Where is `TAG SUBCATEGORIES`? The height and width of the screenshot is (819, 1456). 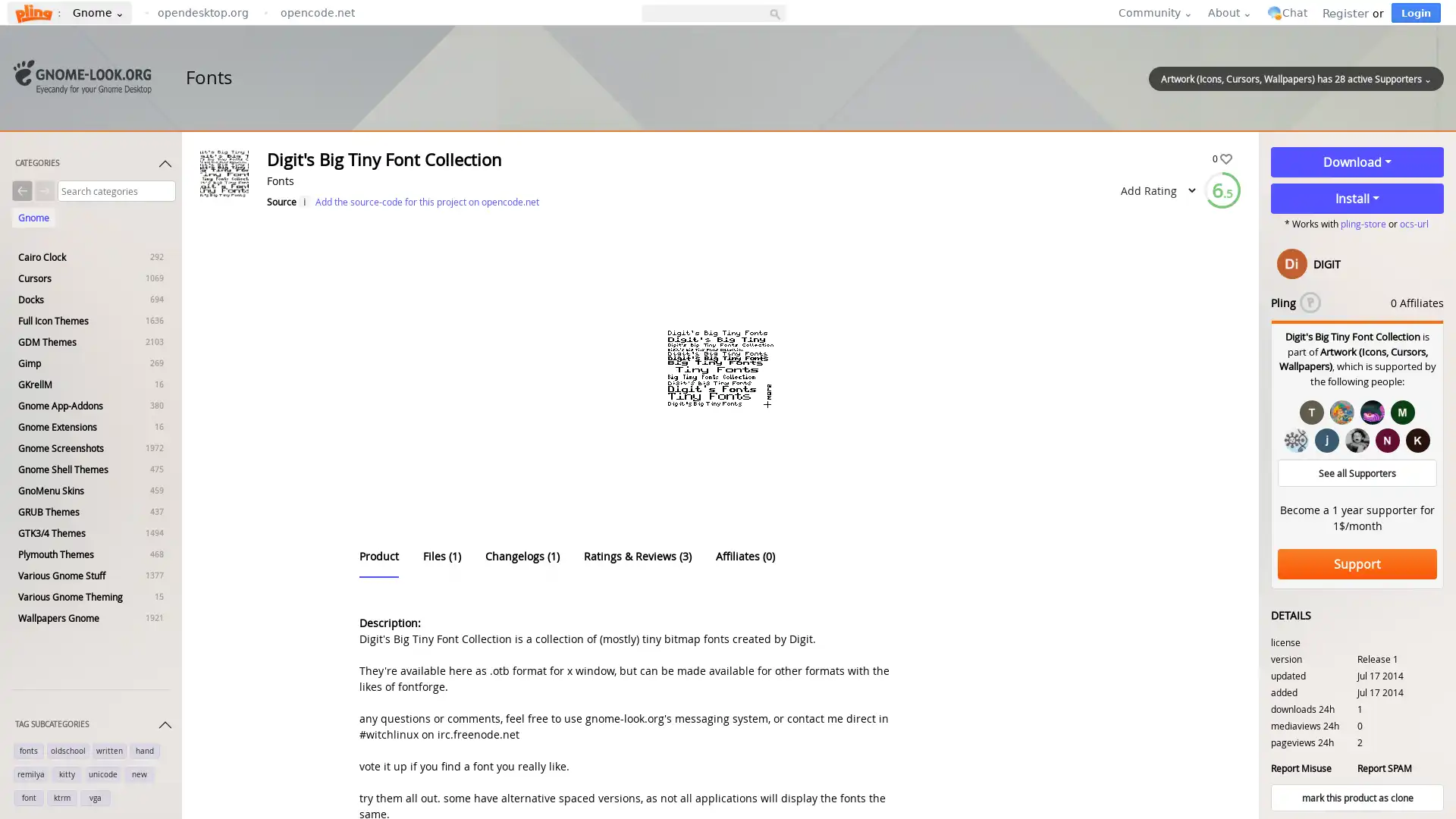 TAG SUBCATEGORIES is located at coordinates (93, 727).